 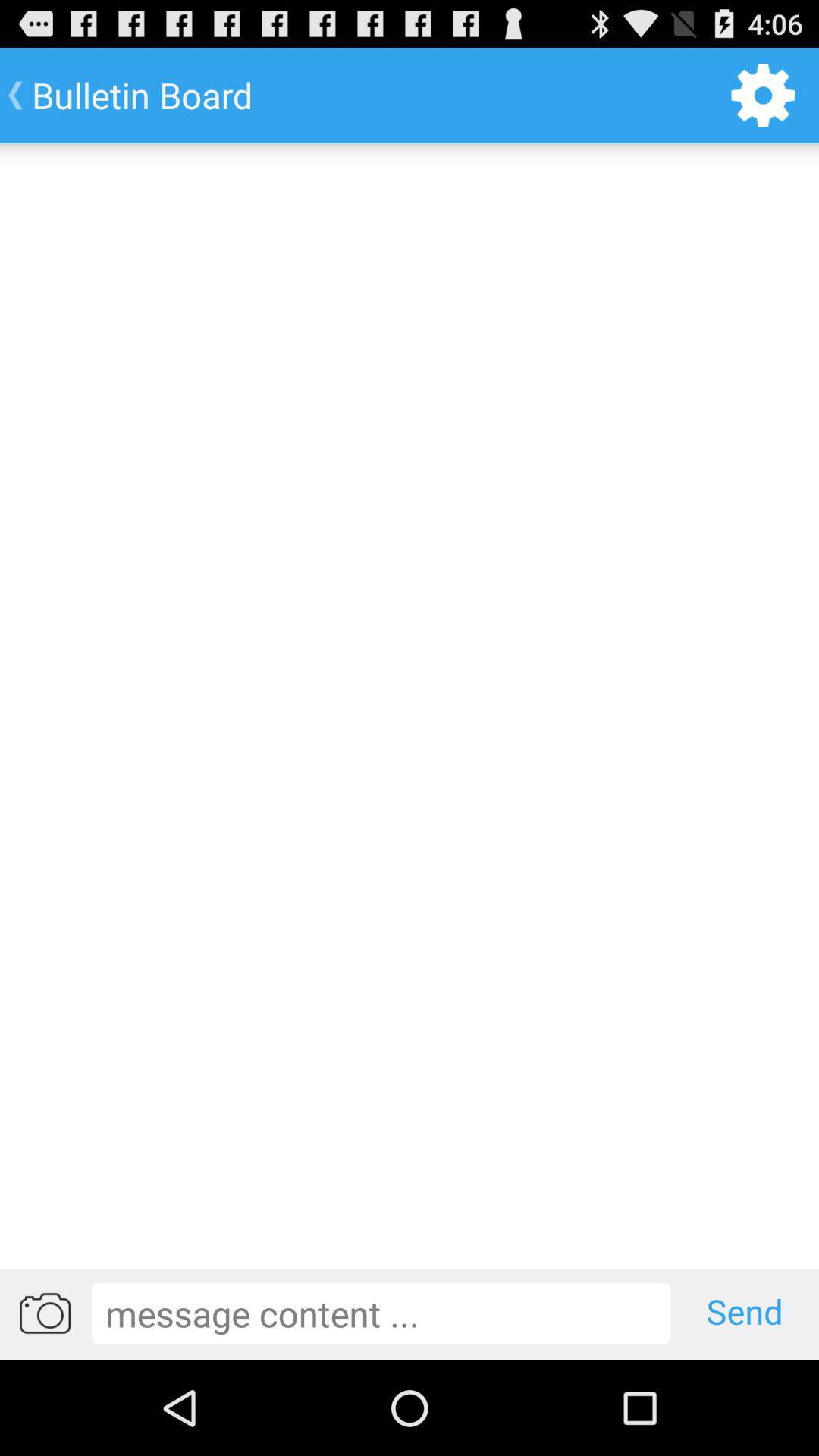 What do you see at coordinates (744, 1312) in the screenshot?
I see `the send app` at bounding box center [744, 1312].